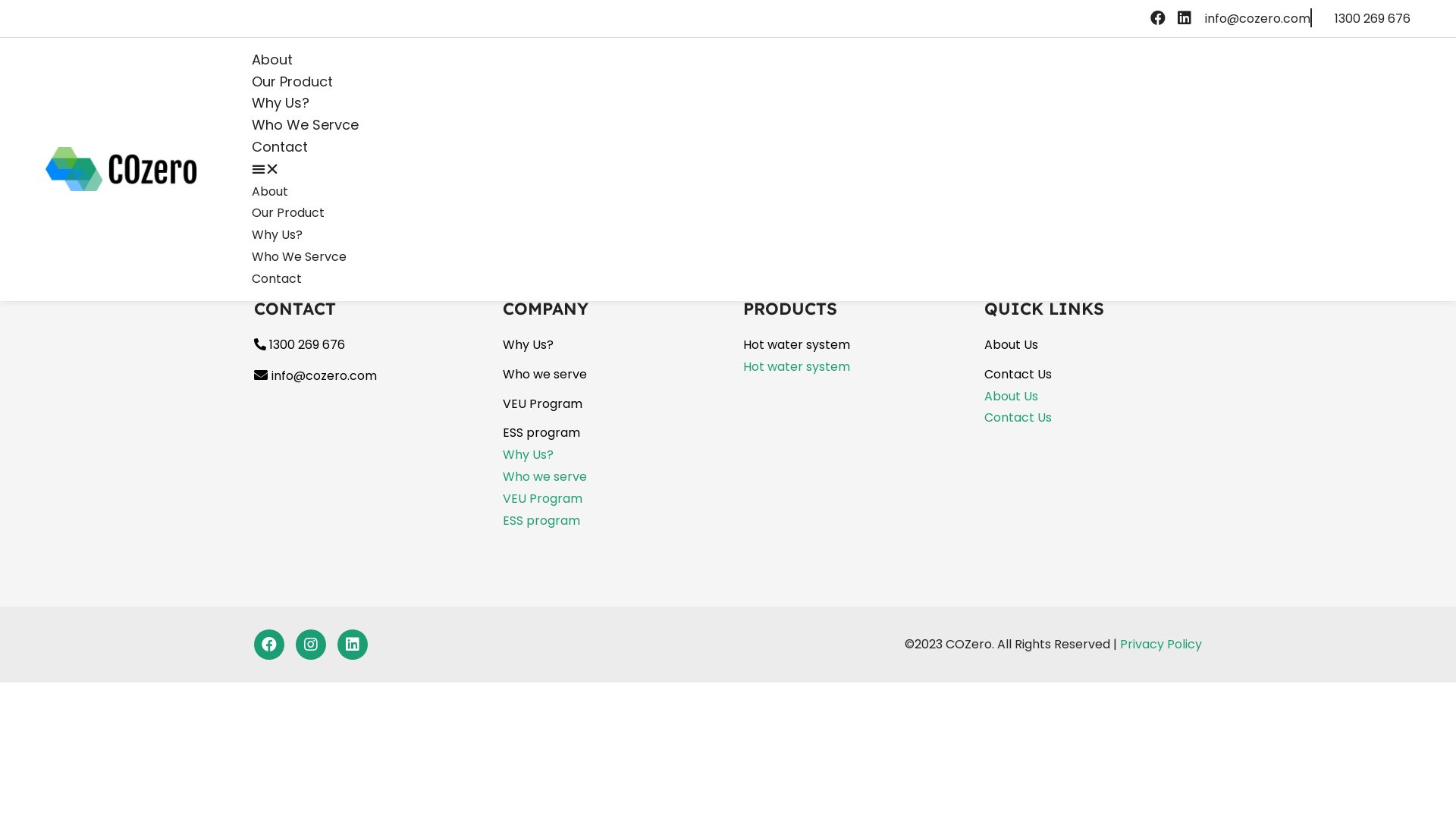 The height and width of the screenshot is (819, 1456). What do you see at coordinates (277, 234) in the screenshot?
I see `'Why Us?'` at bounding box center [277, 234].